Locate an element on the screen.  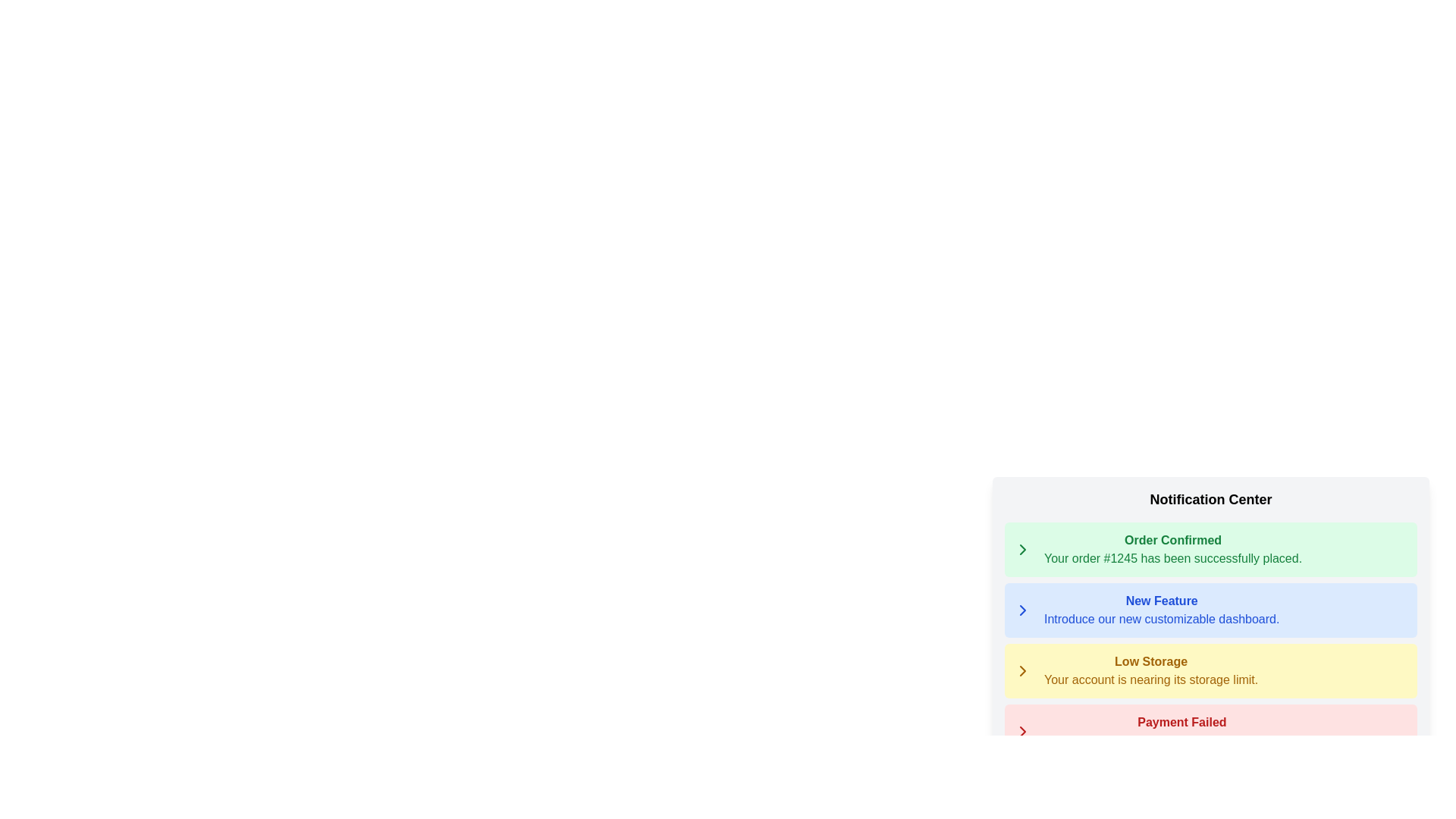
the second notification box in the vertically stacked list under the header 'Notification Center' is located at coordinates (1210, 623).